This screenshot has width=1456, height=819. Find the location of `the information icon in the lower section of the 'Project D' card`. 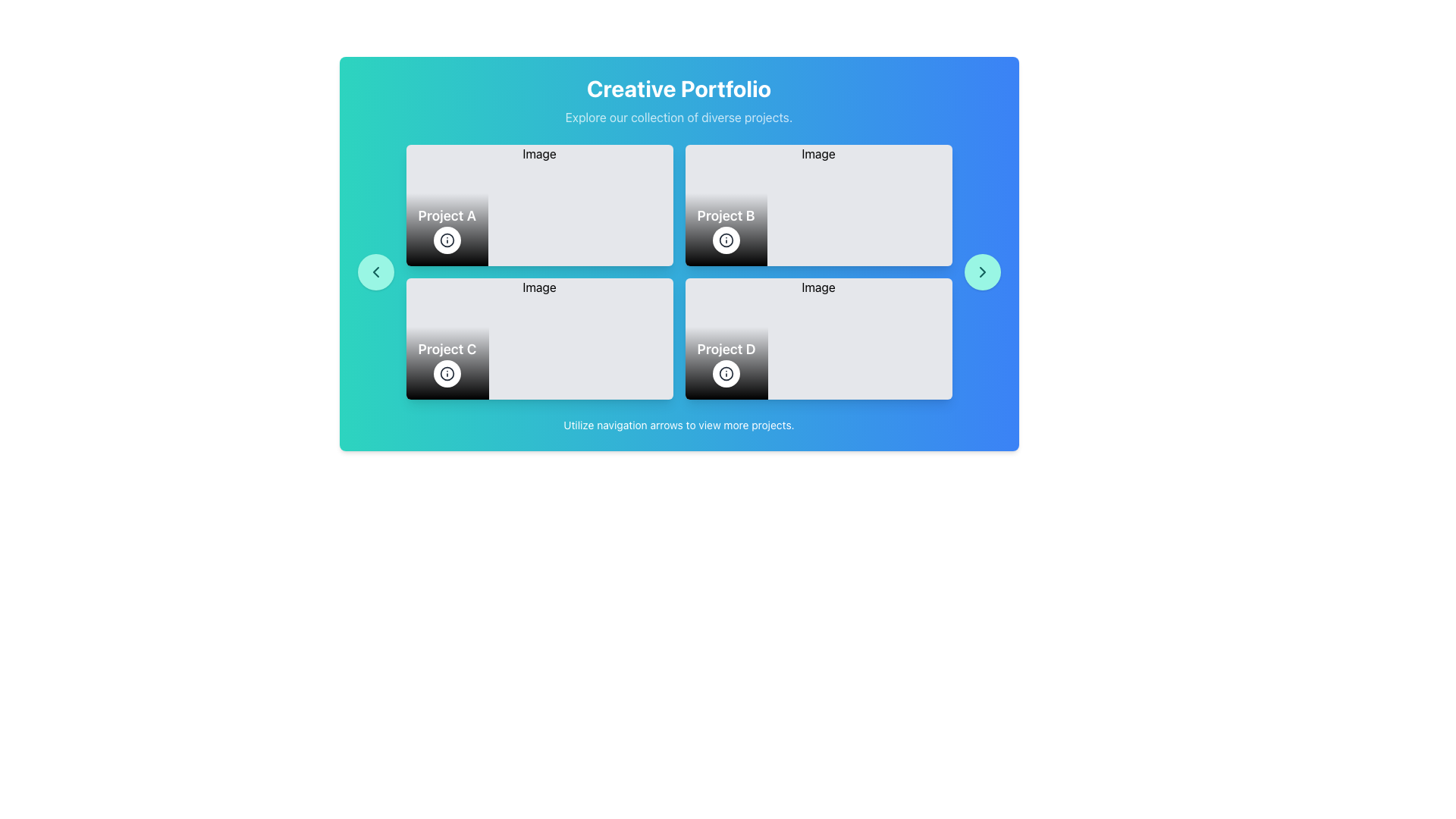

the information icon in the lower section of the 'Project D' card is located at coordinates (726, 374).